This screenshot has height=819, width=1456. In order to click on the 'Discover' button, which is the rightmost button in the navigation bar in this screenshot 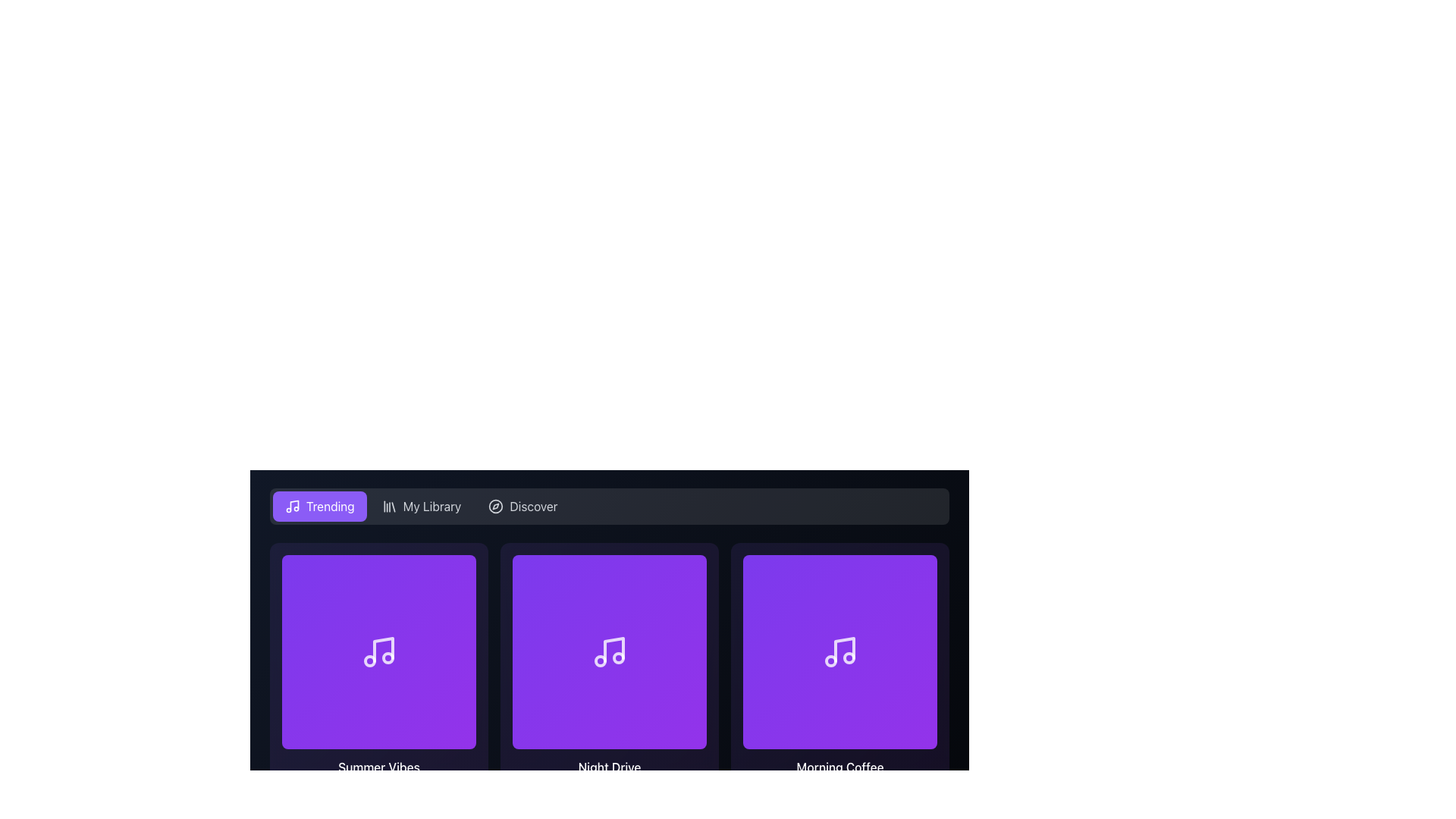, I will do `click(522, 506)`.